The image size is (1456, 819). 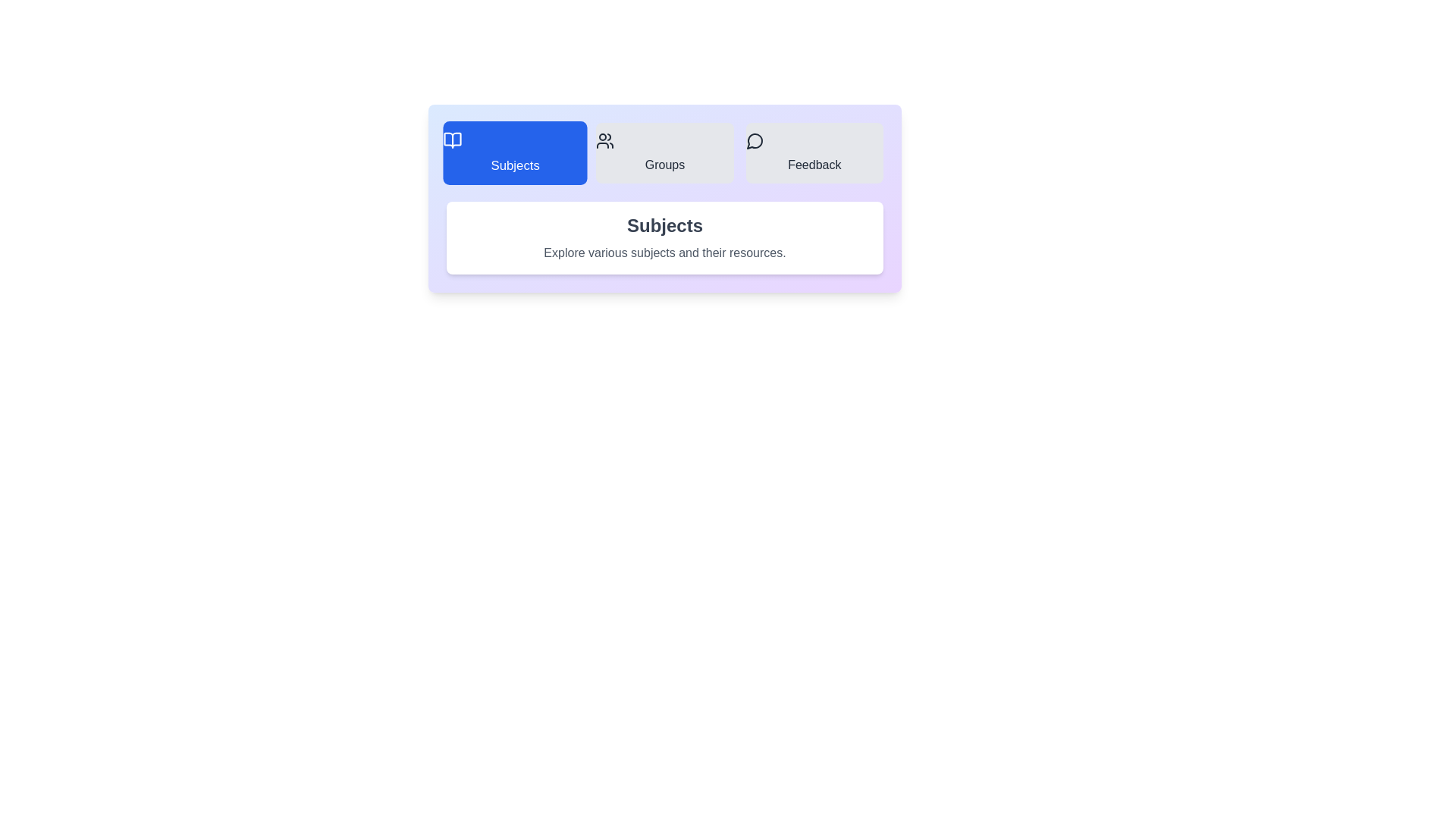 I want to click on the tab labeled 'Feedback' to switch to it, so click(x=814, y=152).